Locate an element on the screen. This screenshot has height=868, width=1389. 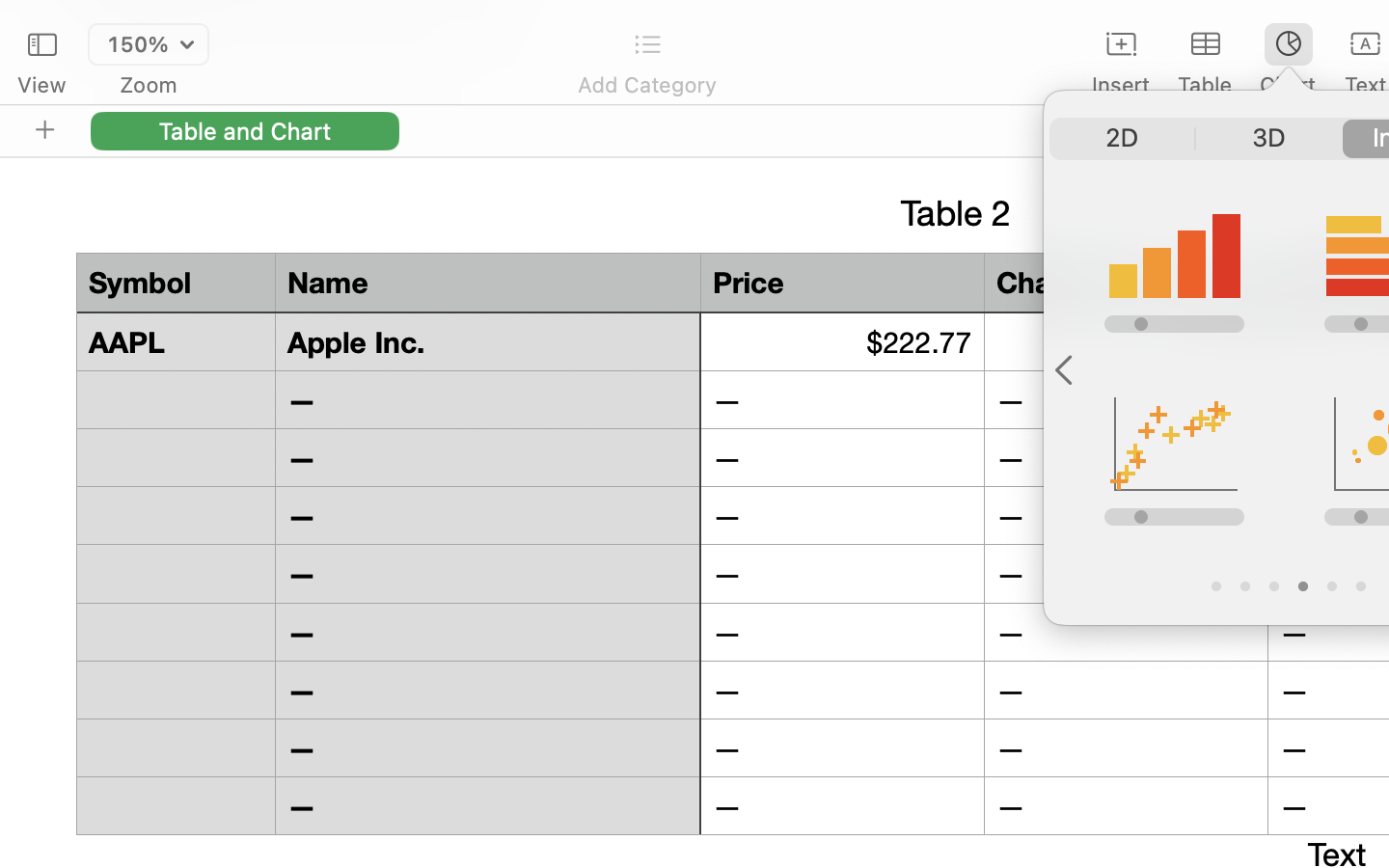
'Insert' is located at coordinates (1120, 84).